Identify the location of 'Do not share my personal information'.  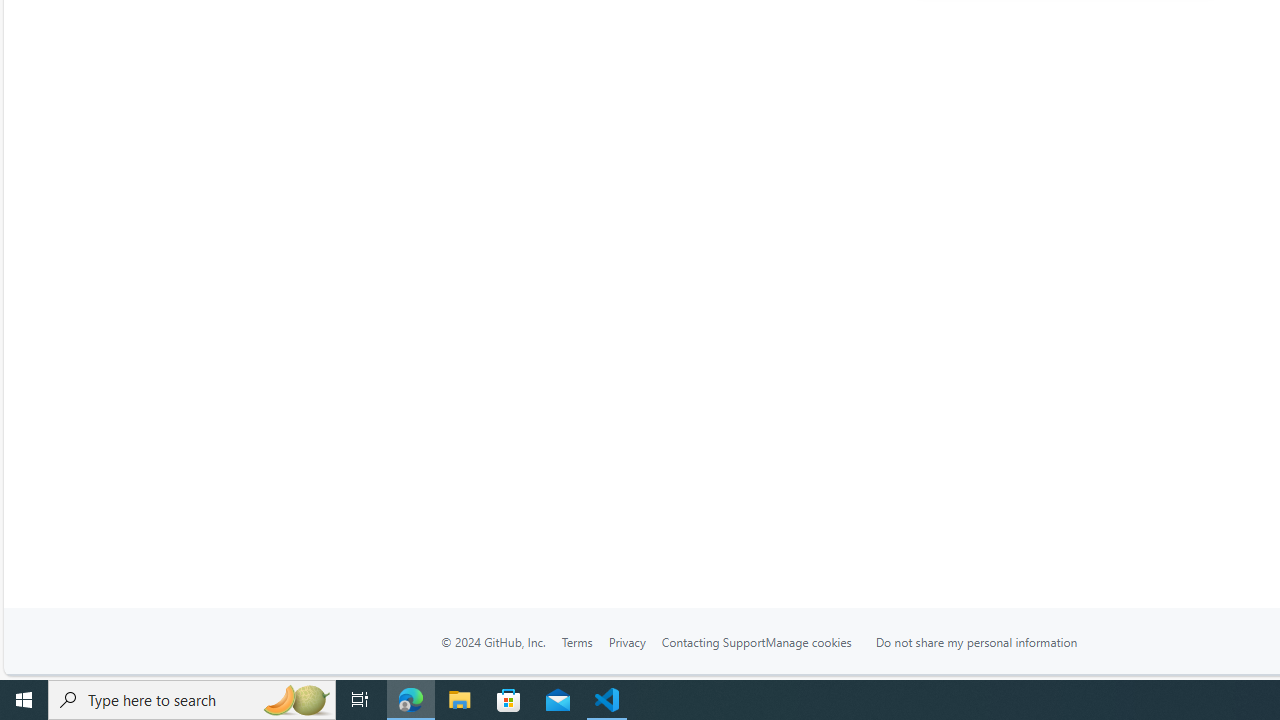
(976, 641).